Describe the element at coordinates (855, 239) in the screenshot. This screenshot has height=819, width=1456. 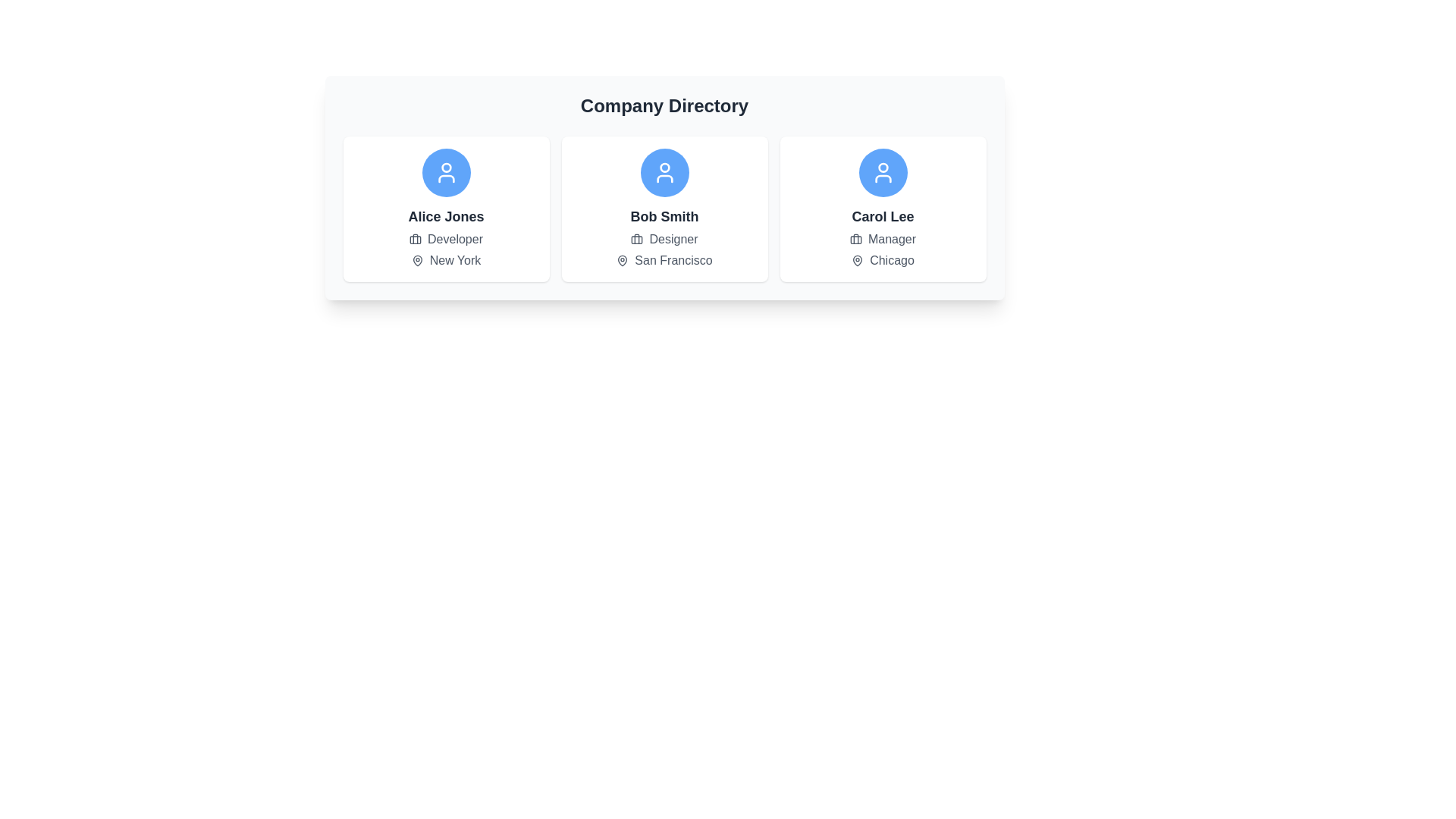
I see `the Manager icon located to the left of the role text 'Manager' in the card for 'Carol Lee' as it is part of an interactive interface` at that location.